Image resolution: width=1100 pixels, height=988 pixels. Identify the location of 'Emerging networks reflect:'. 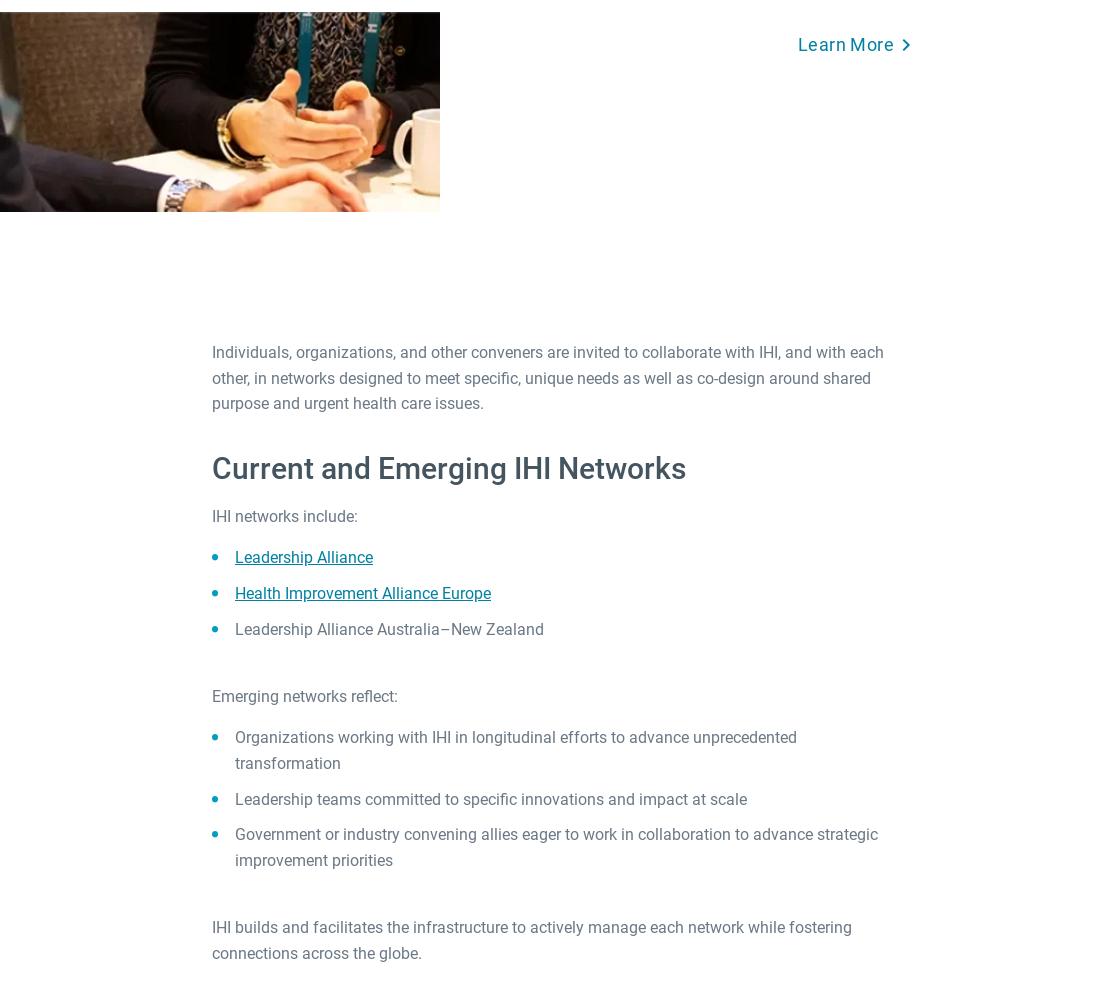
(306, 695).